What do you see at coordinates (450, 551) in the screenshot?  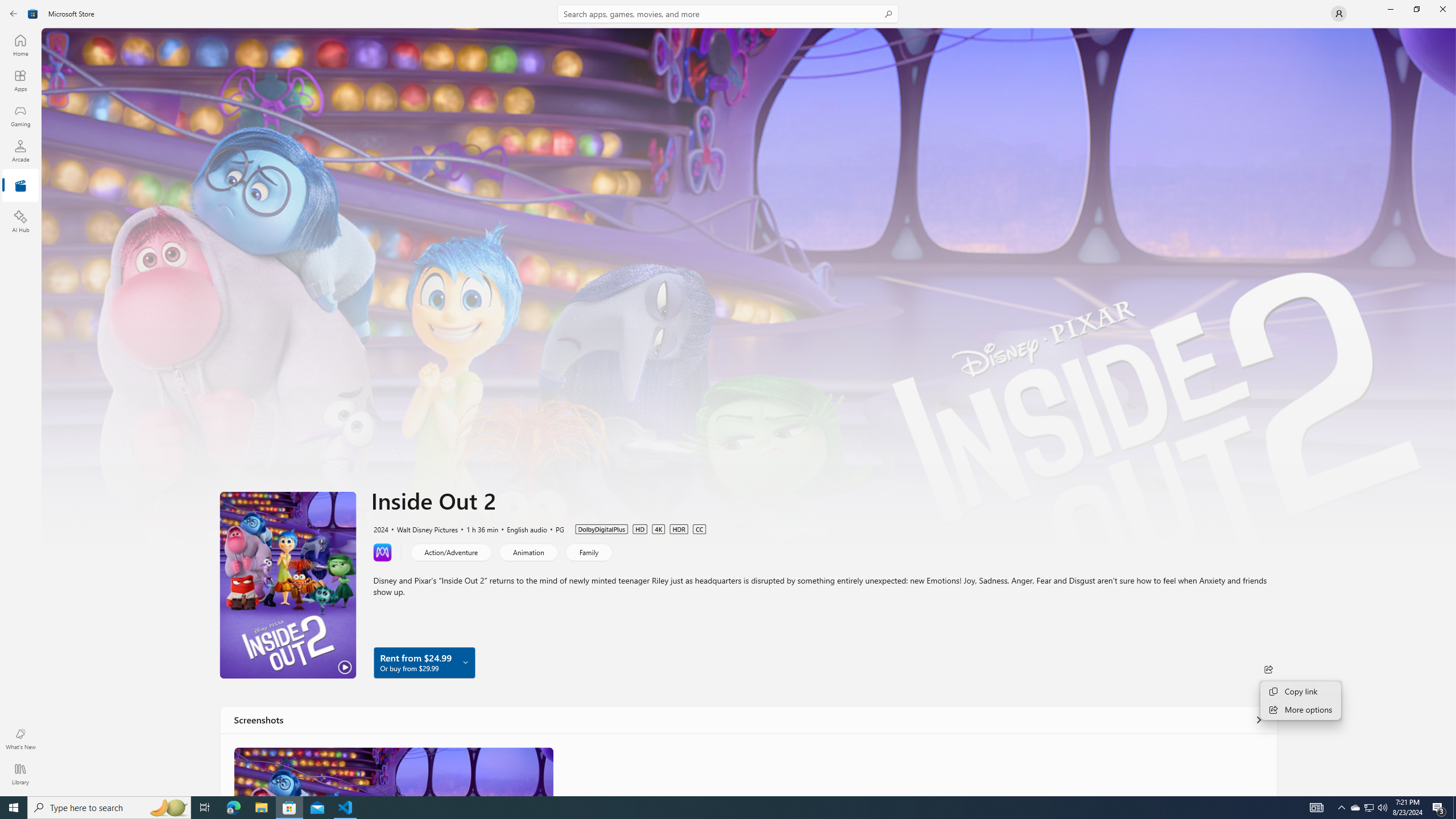 I see `'Action/Adventure'` at bounding box center [450, 551].